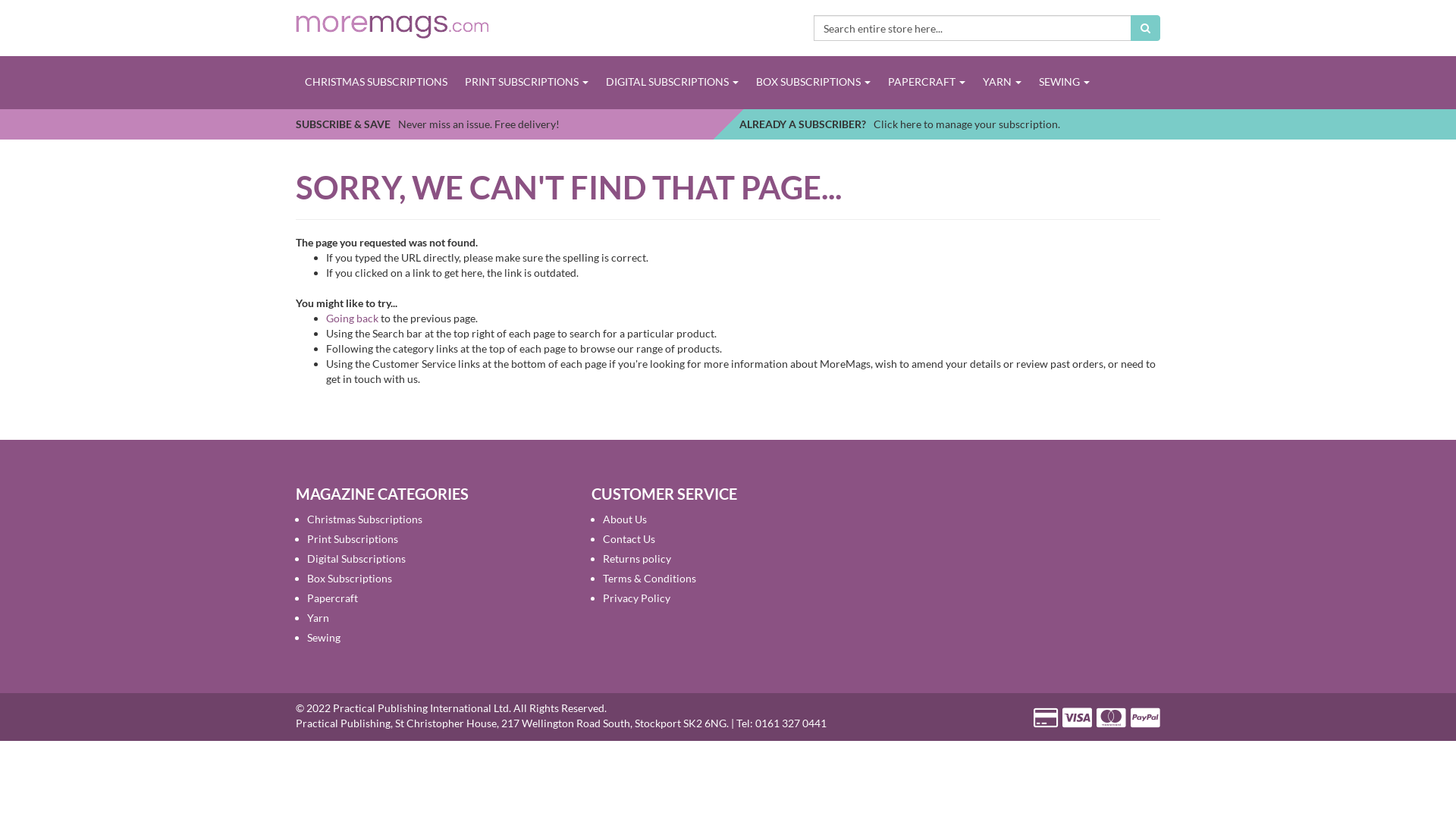 This screenshot has width=1456, height=819. What do you see at coordinates (323, 637) in the screenshot?
I see `'Sewing'` at bounding box center [323, 637].